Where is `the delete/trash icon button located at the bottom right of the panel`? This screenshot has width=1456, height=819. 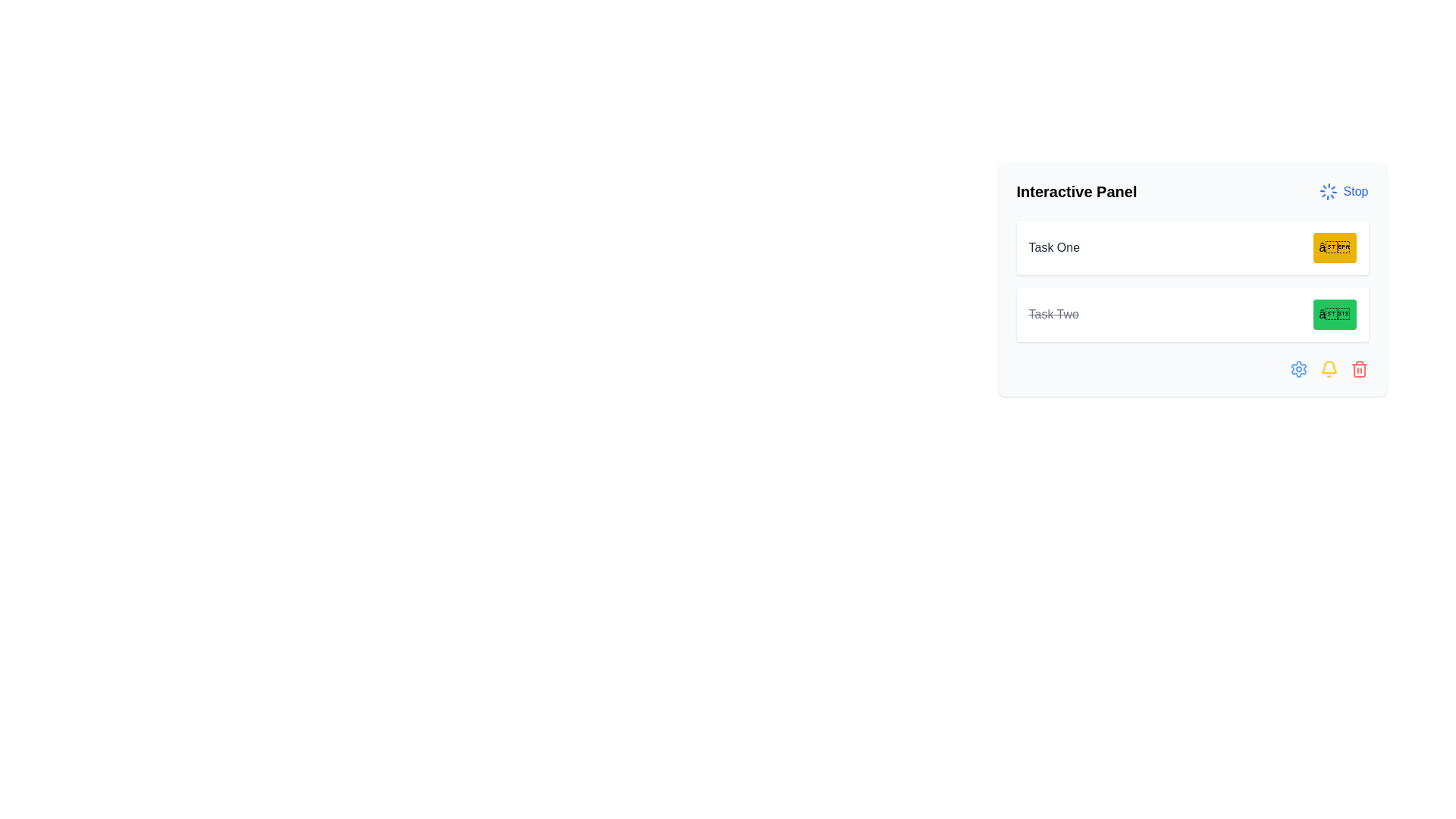 the delete/trash icon button located at the bottom right of the panel is located at coordinates (1359, 369).